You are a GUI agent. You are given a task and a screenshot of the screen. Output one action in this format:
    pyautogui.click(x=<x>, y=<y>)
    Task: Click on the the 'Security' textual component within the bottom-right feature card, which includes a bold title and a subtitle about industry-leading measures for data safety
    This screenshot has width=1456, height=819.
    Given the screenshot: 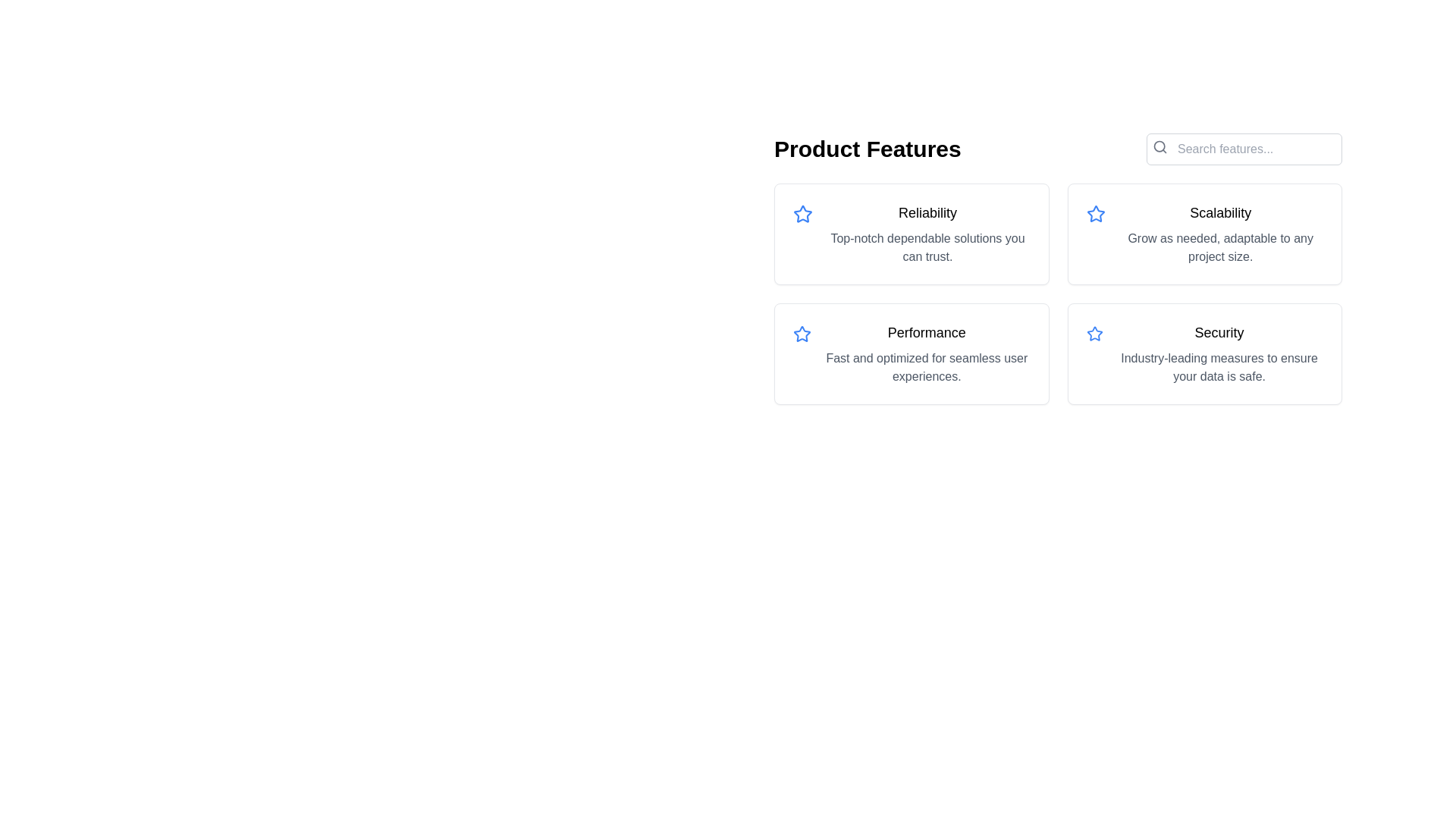 What is the action you would take?
    pyautogui.click(x=1219, y=353)
    